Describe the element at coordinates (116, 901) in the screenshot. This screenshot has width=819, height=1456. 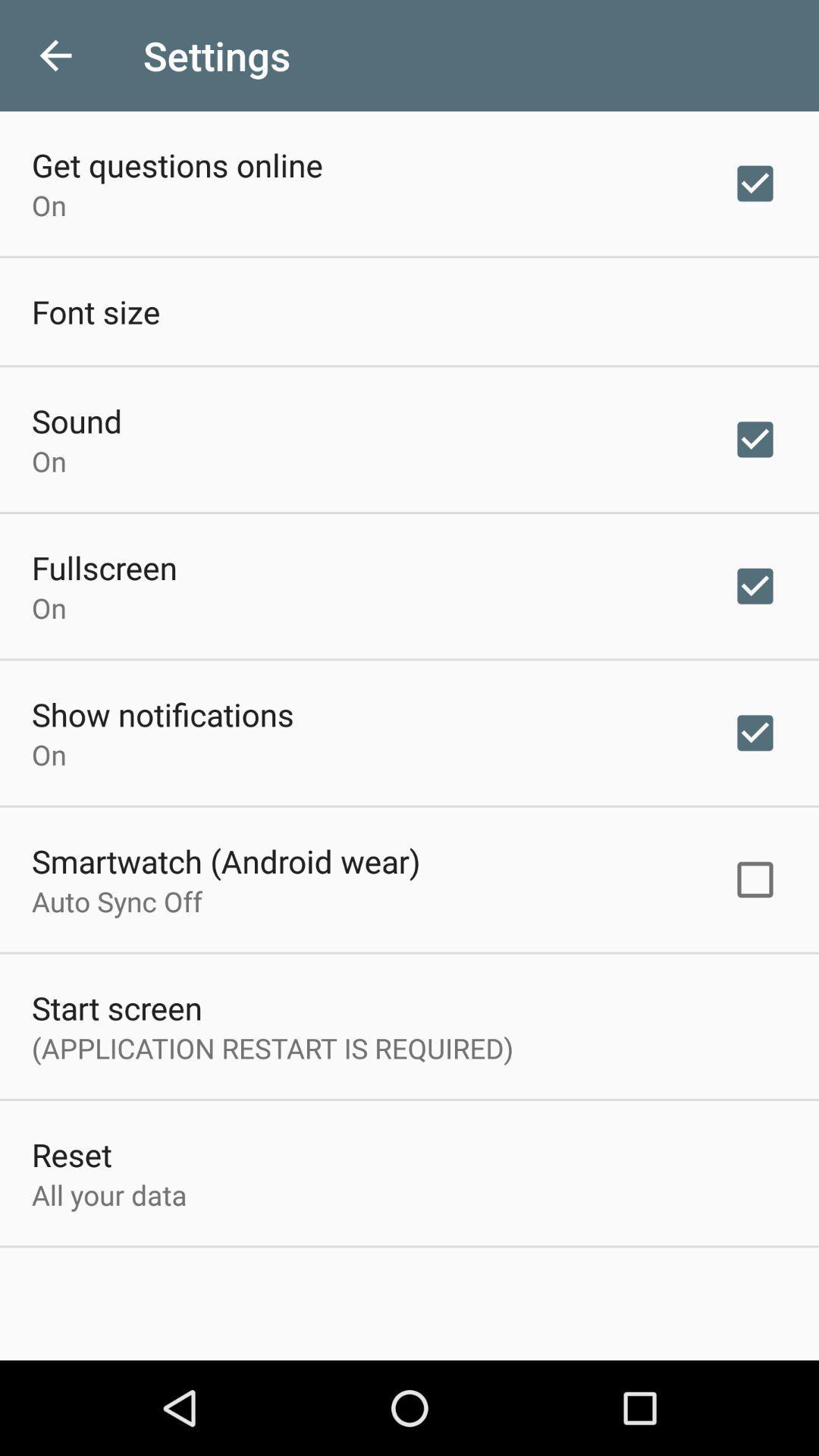
I see `auto sync off icon` at that location.